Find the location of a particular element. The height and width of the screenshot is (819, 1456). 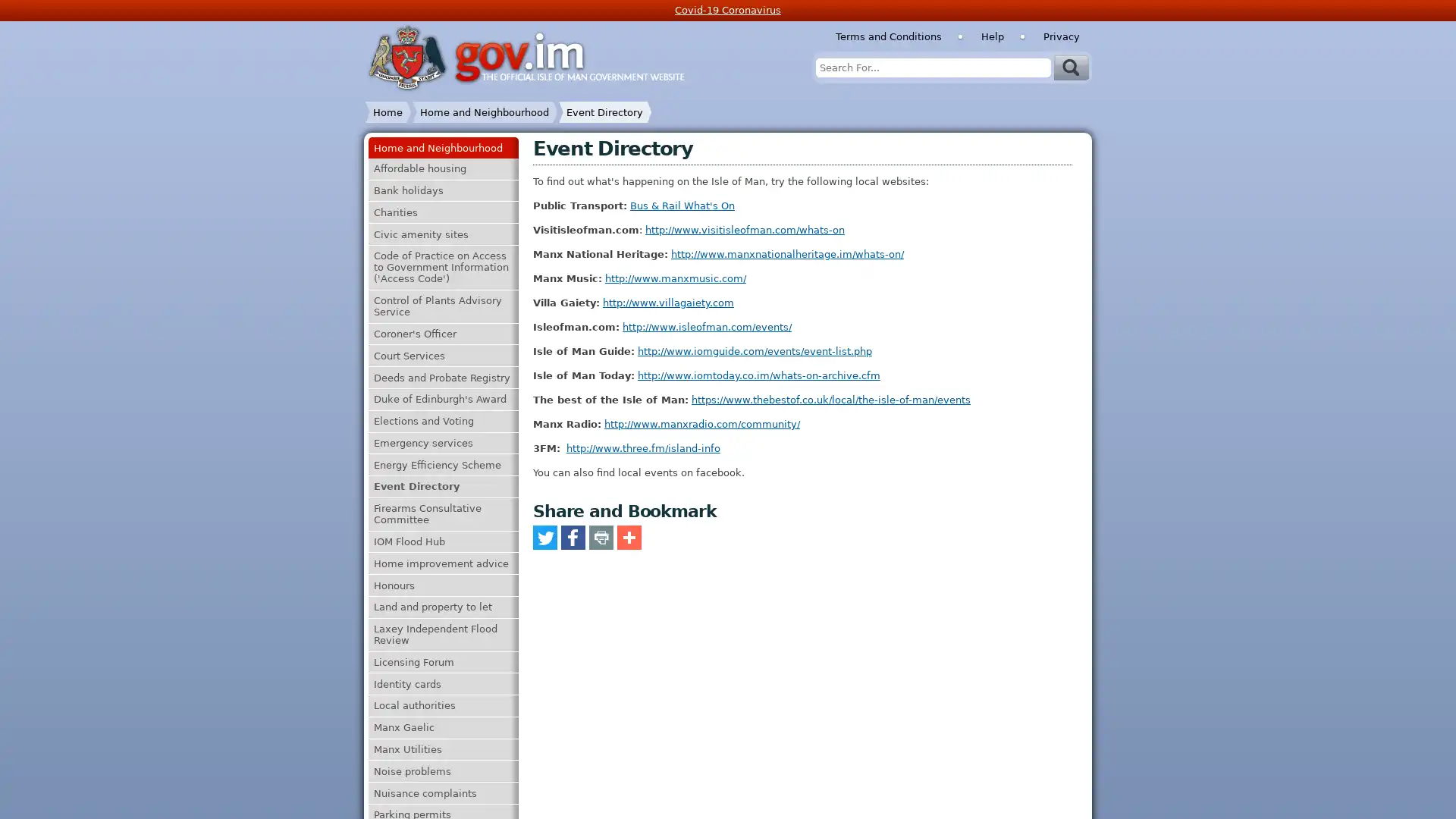

Search is located at coordinates (1070, 66).